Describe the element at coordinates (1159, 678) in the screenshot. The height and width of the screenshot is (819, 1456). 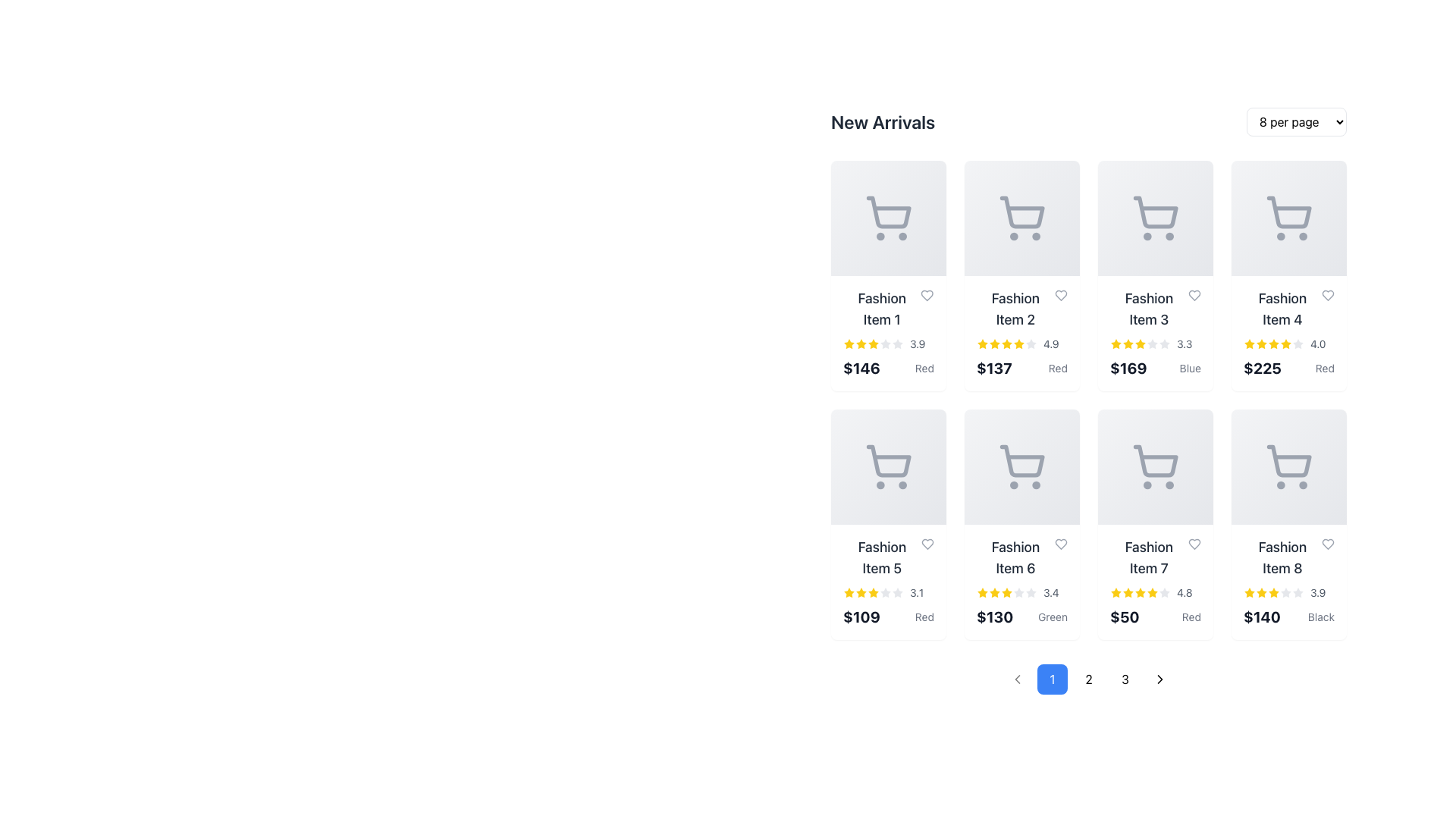
I see `the chevron icon located at the bottom right of the interface` at that location.